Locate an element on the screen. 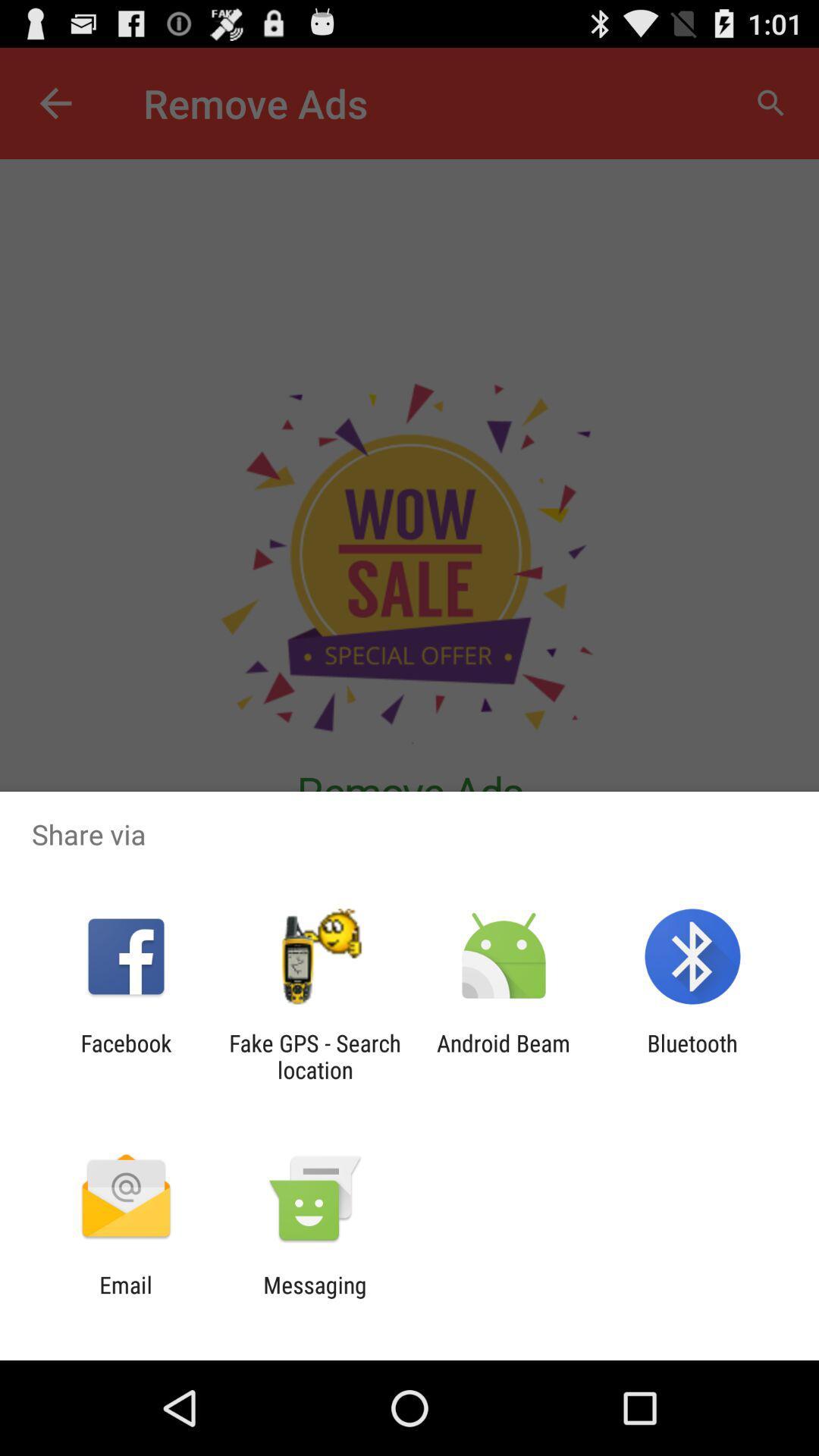  the item to the right of facebook item is located at coordinates (314, 1056).